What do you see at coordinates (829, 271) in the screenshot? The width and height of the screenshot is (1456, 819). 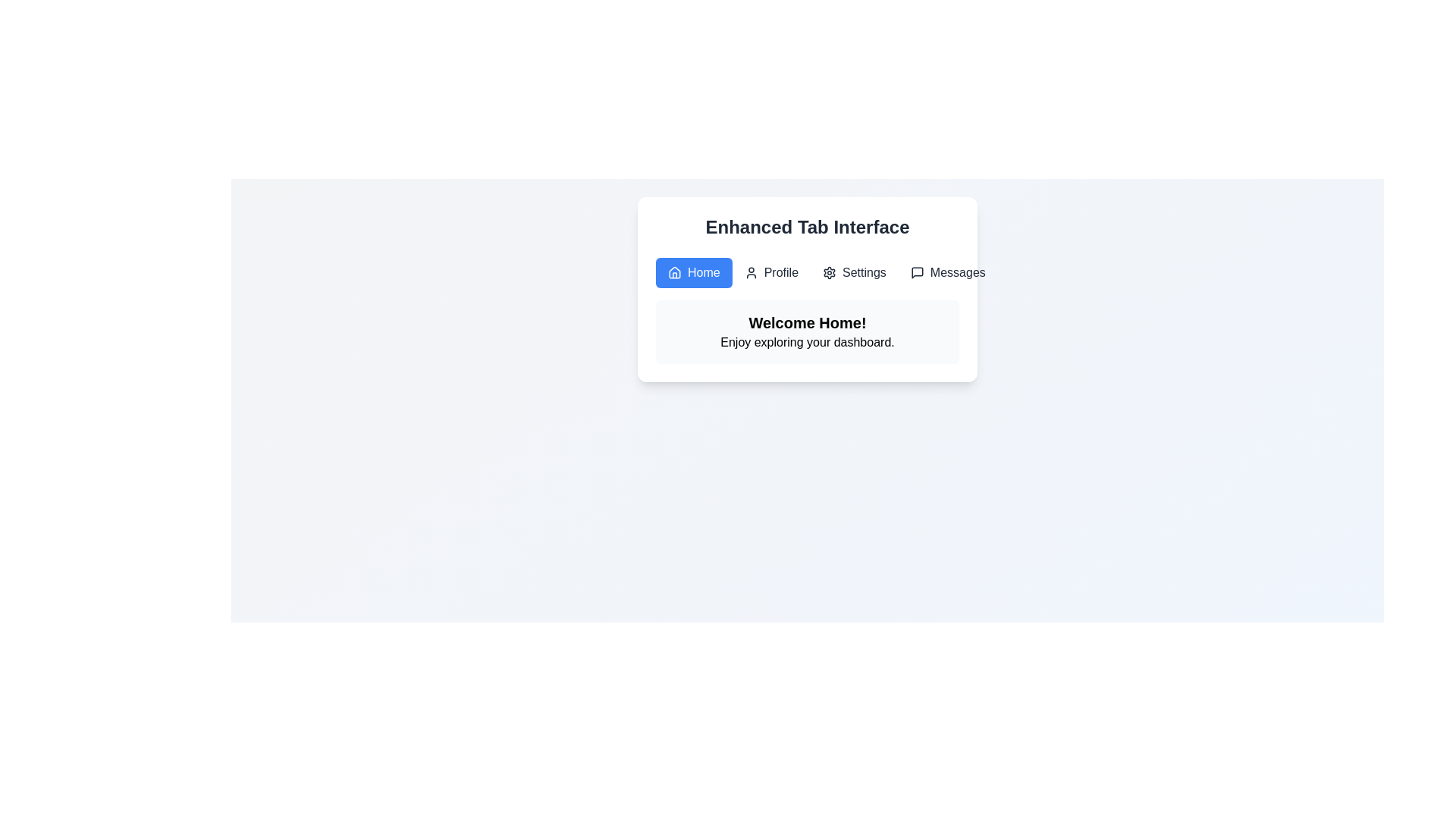 I see `the 'Settings' button located in the navigation bar, which is positioned between the 'Profile' and 'Messages' buttons` at bounding box center [829, 271].